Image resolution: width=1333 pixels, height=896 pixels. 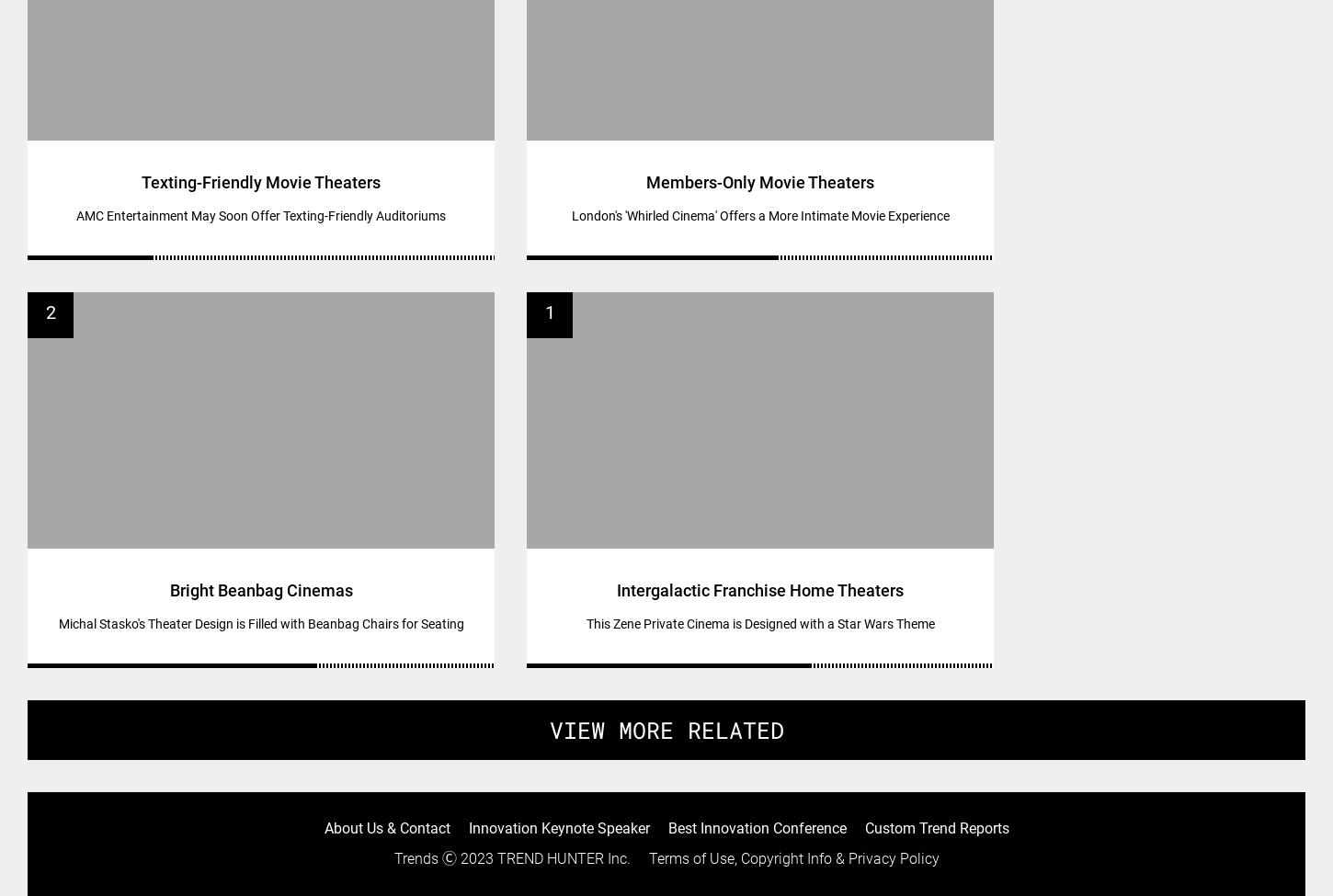 What do you see at coordinates (437, 856) in the screenshot?
I see `'Ⓒ 2023'` at bounding box center [437, 856].